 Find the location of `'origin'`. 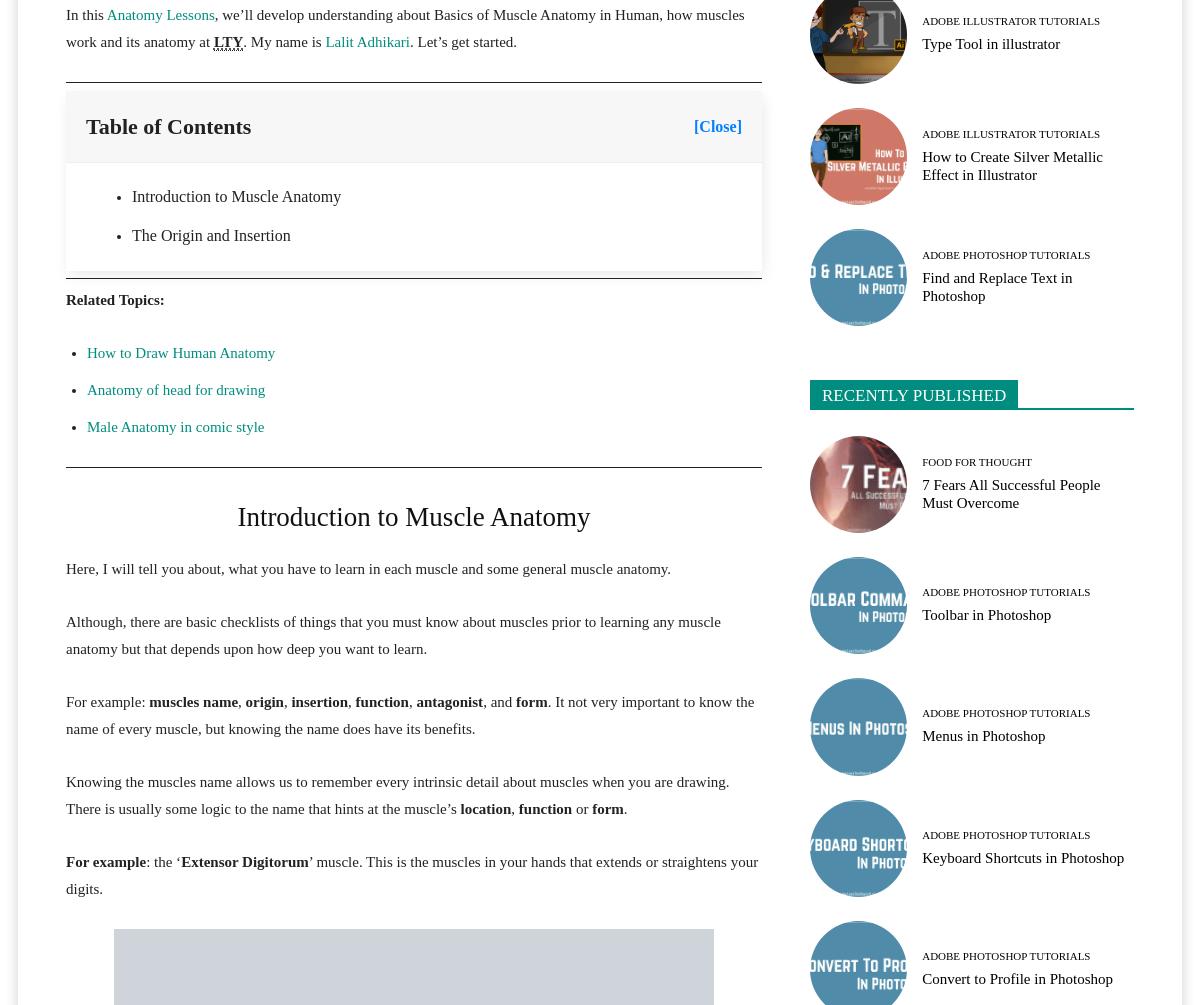

'origin' is located at coordinates (244, 700).